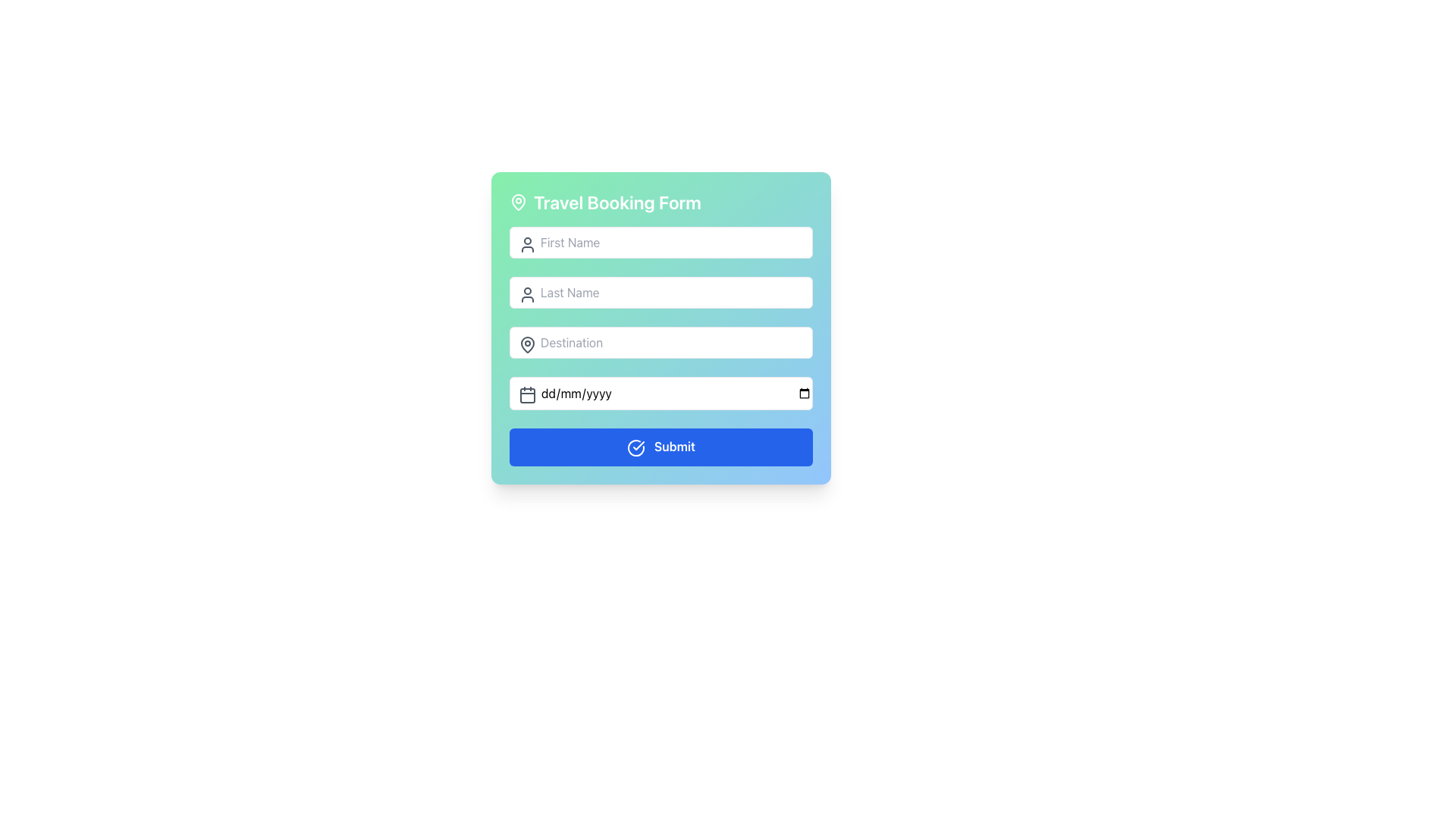  Describe the element at coordinates (528, 244) in the screenshot. I see `the decorative icon for the 'First Name' input field, which is located on the left side of the input field within the form layout` at that location.